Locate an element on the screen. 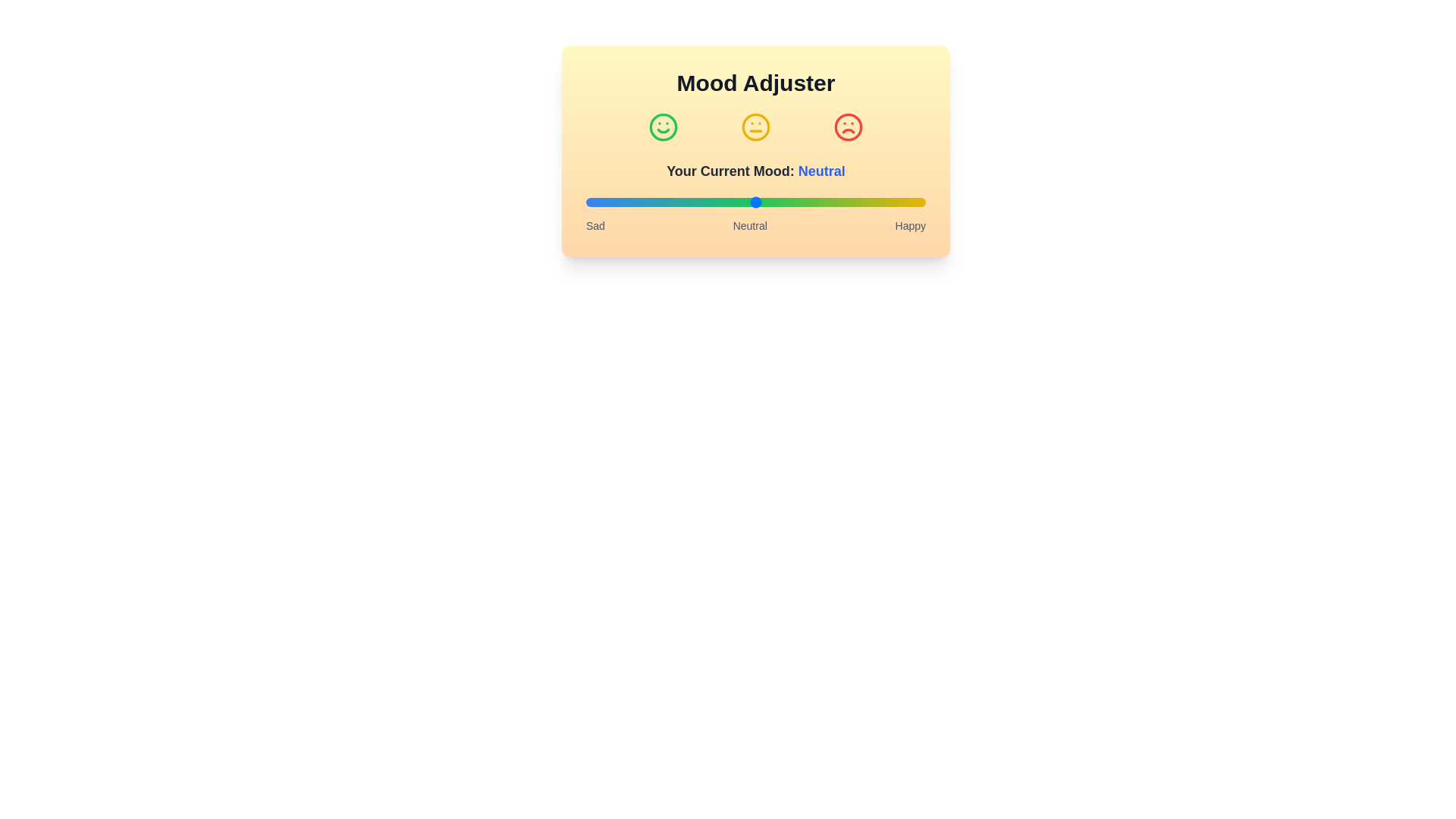 This screenshot has height=819, width=1456. the mood slider to the desired level 42 is located at coordinates (729, 201).